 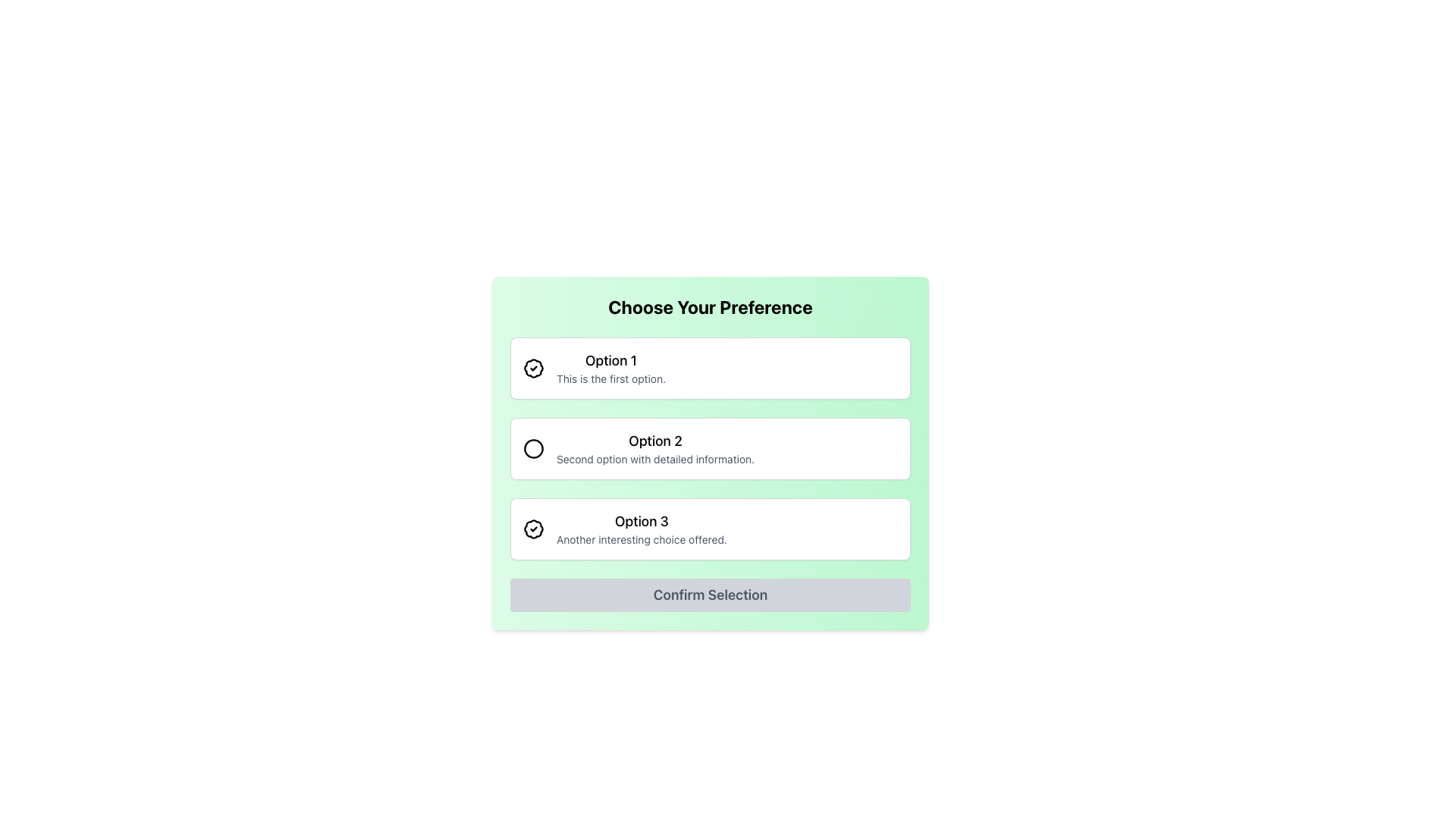 I want to click on the Badge Icon that symbolizes the selection for 'Option 3', indicating it is the active choice, so click(x=534, y=529).